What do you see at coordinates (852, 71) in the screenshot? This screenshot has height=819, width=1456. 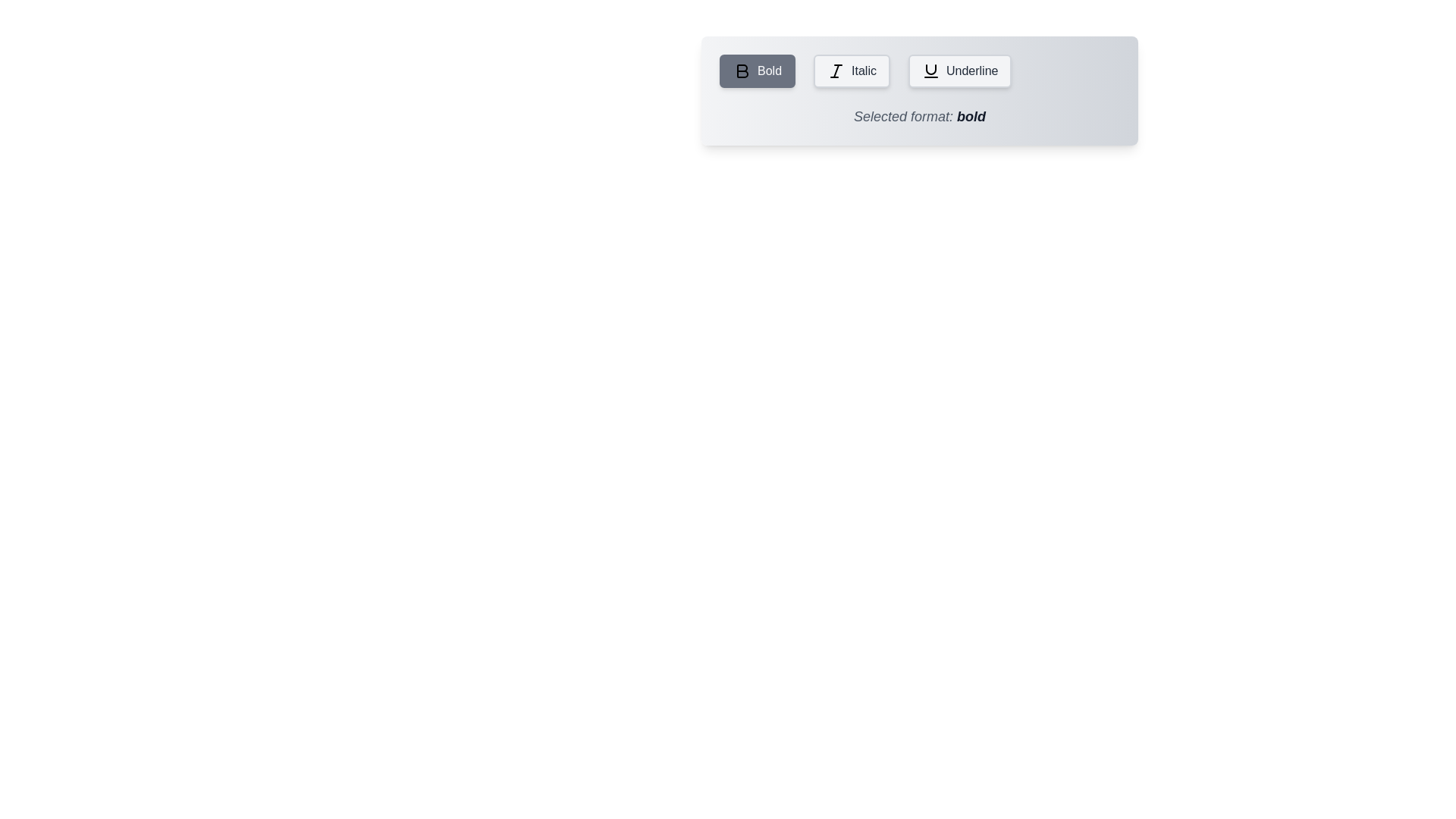 I see `the Italic button to see its hover animation` at bounding box center [852, 71].